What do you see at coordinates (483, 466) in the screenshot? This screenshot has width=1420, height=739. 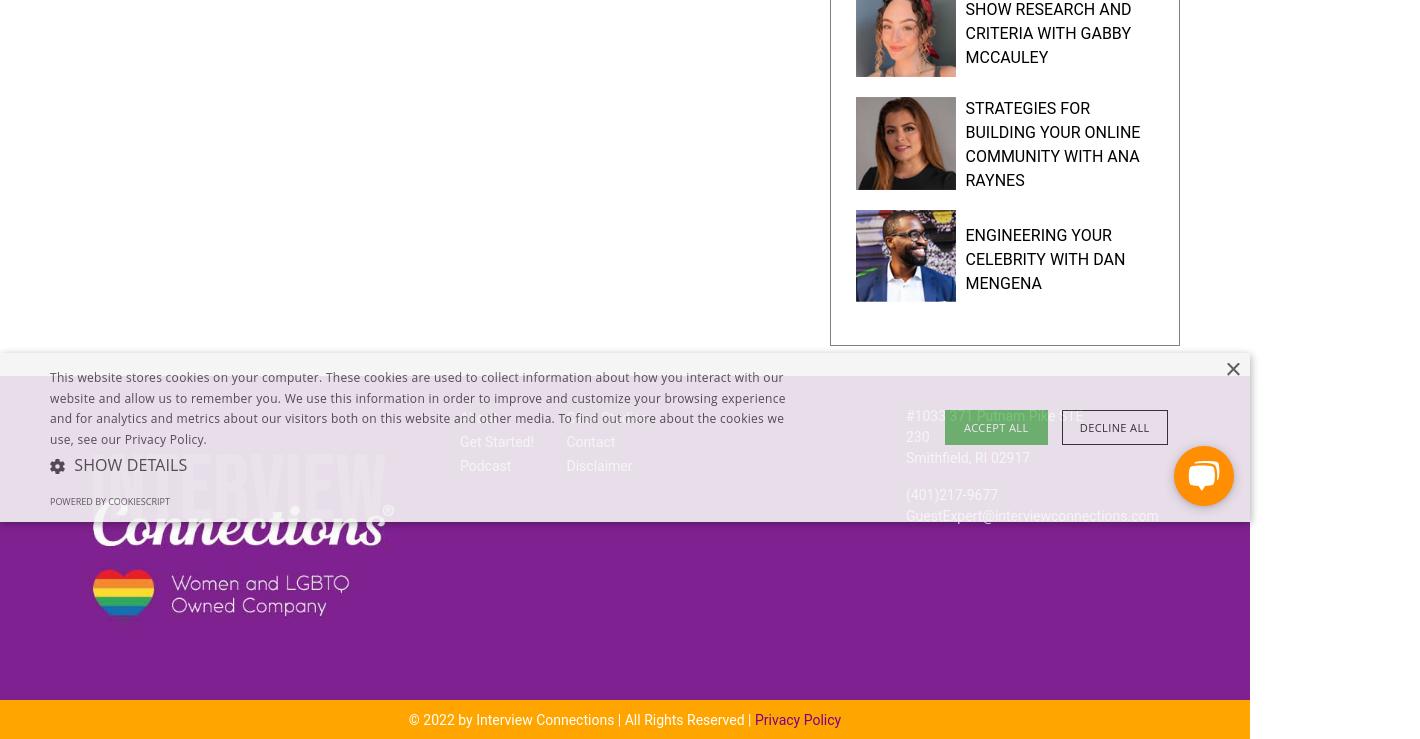 I see `'Podcast'` at bounding box center [483, 466].